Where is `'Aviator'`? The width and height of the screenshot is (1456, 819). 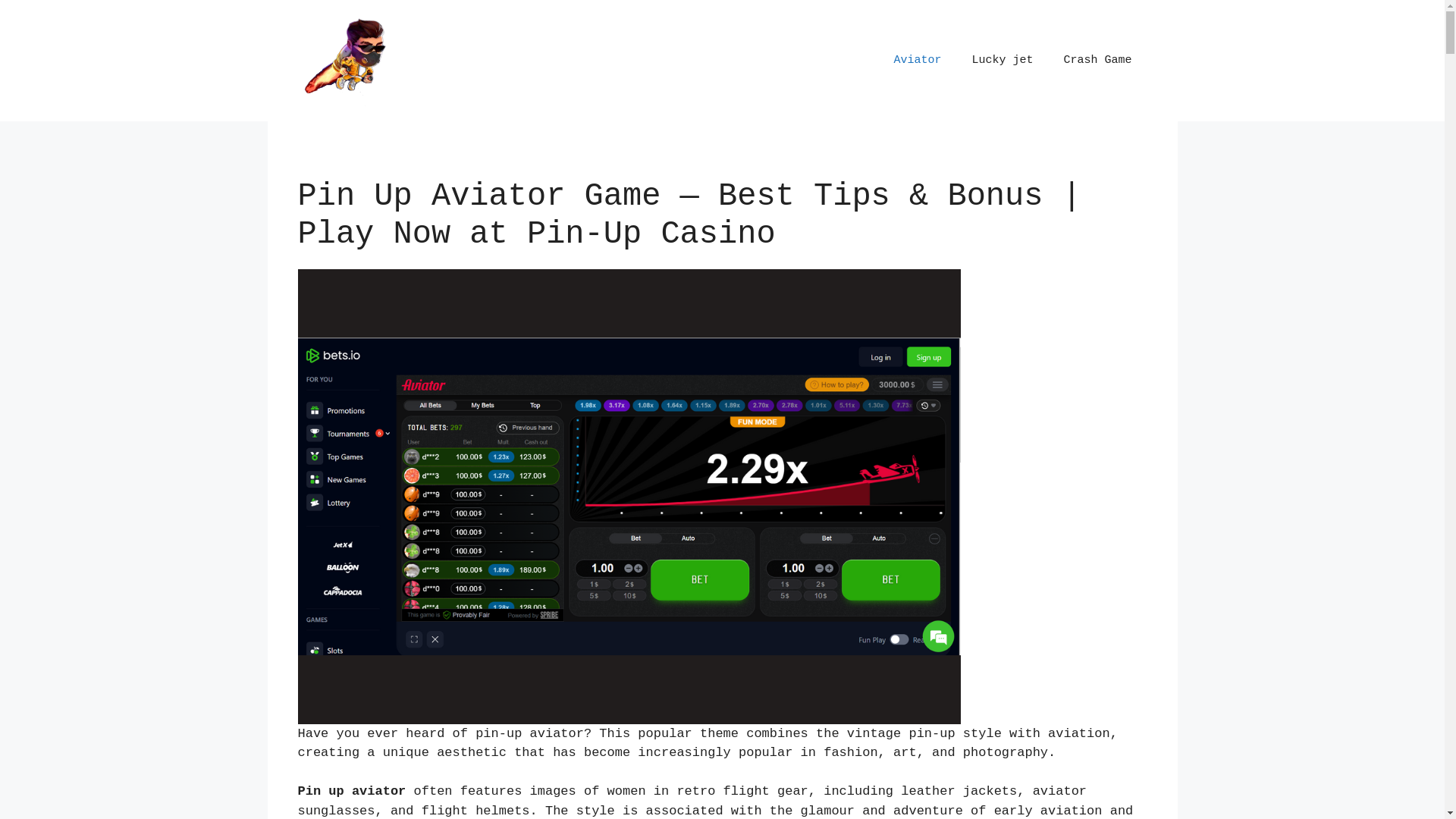
'Aviator' is located at coordinates (916, 60).